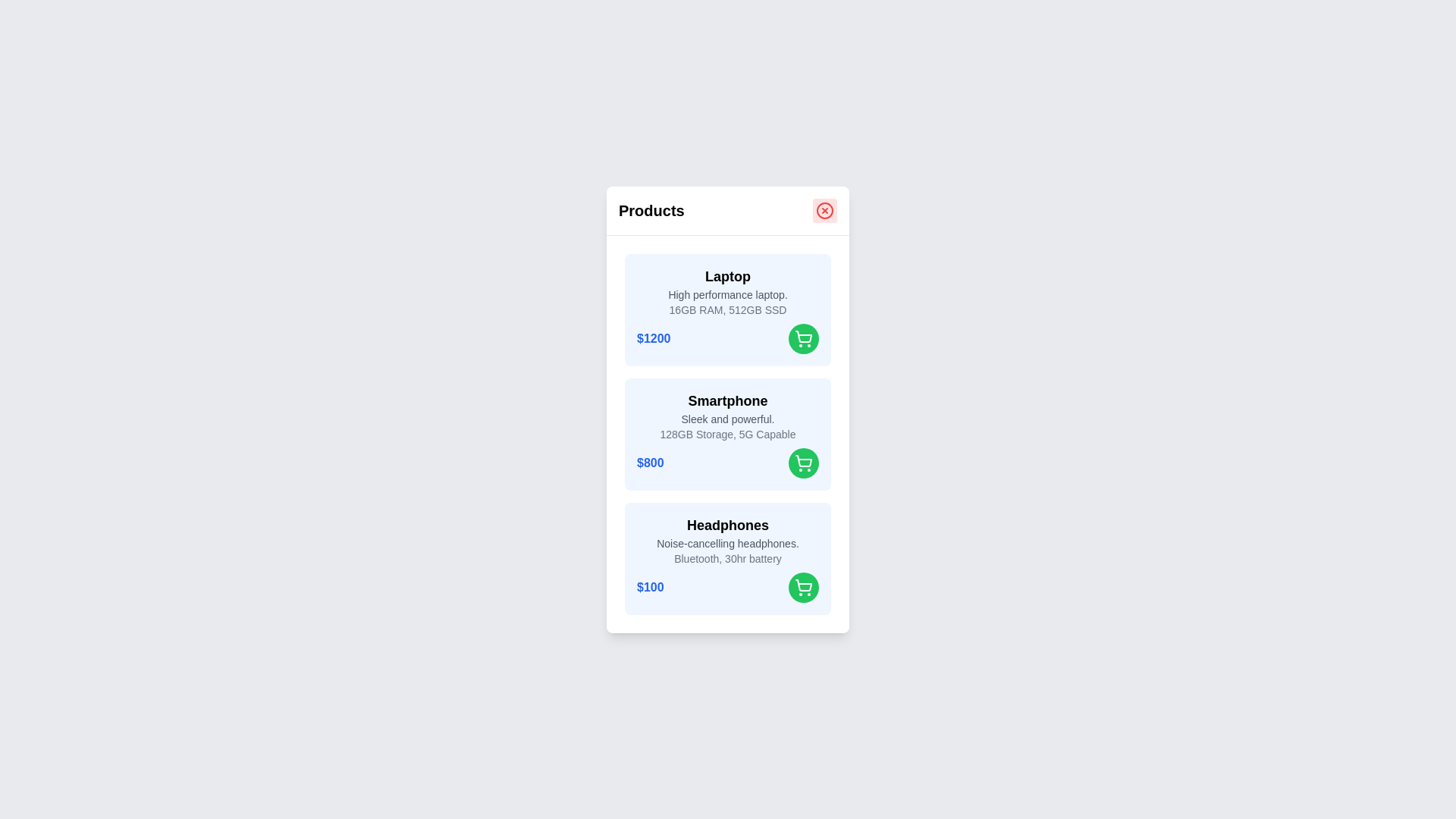 Image resolution: width=1456 pixels, height=819 pixels. I want to click on the price of the product Headphones, so click(650, 586).